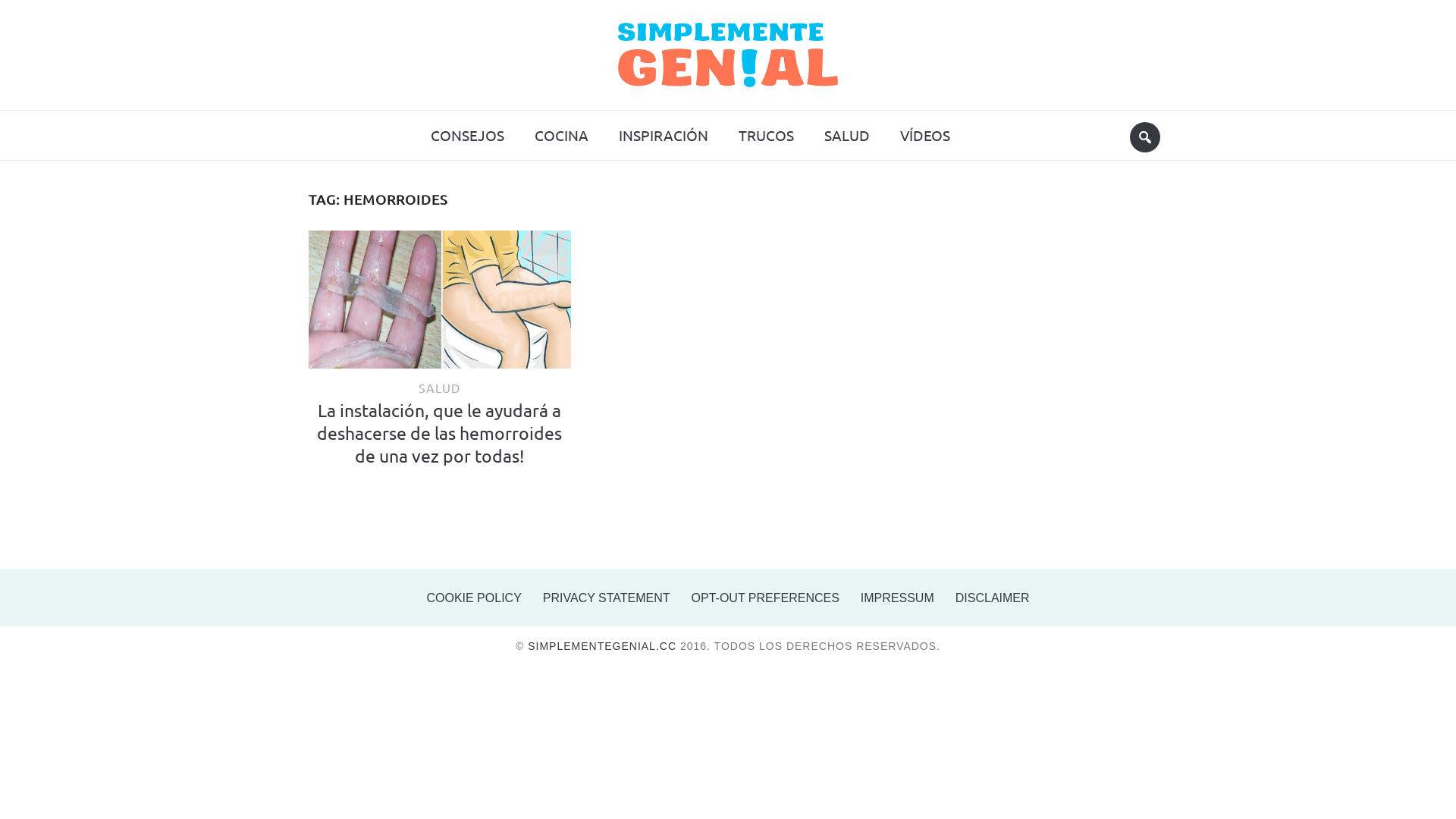 The width and height of the screenshot is (1456, 819). Describe the element at coordinates (466, 134) in the screenshot. I see `'CONSEJOS'` at that location.